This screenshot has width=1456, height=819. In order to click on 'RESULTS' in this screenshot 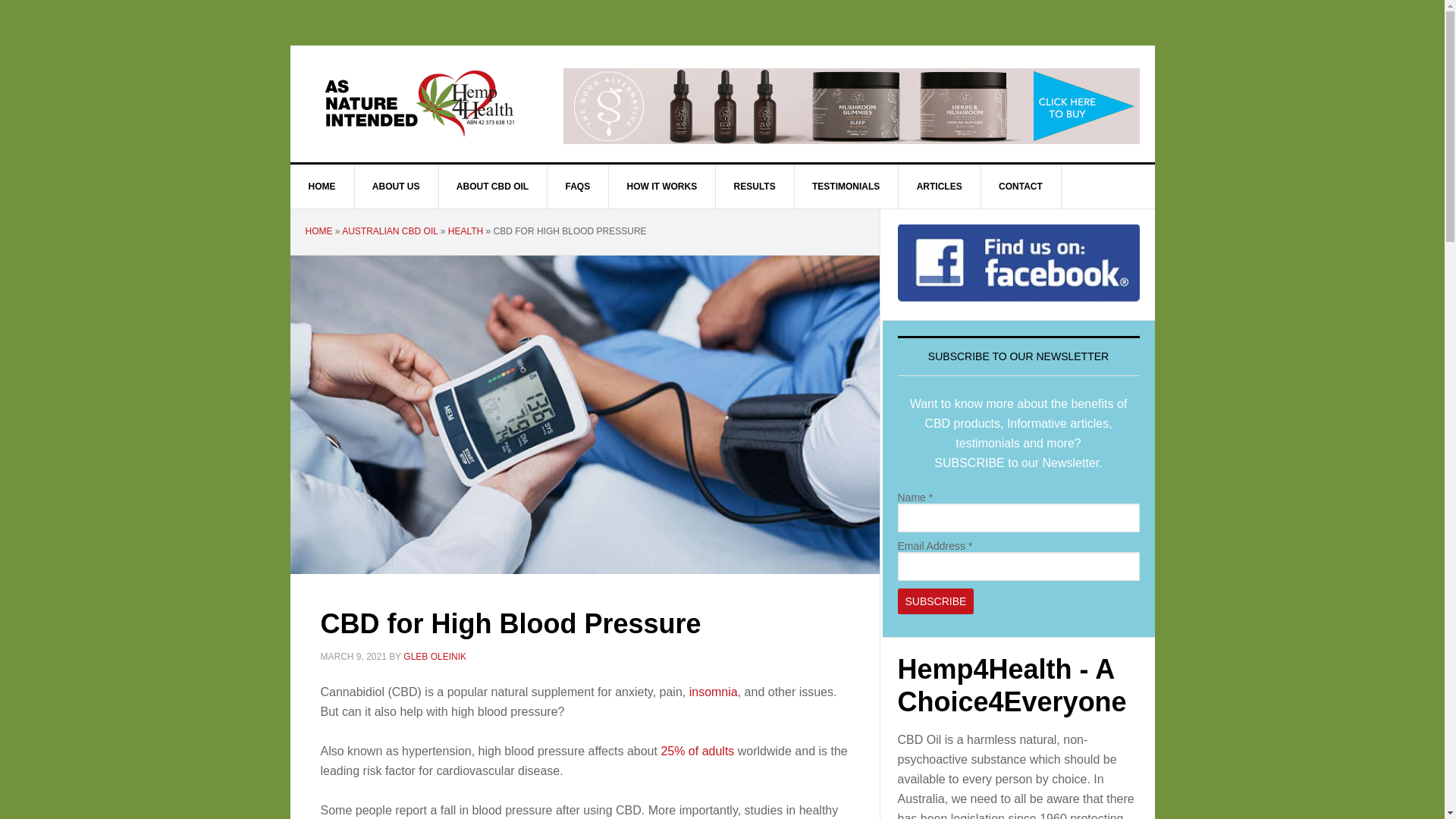, I will do `click(755, 186)`.